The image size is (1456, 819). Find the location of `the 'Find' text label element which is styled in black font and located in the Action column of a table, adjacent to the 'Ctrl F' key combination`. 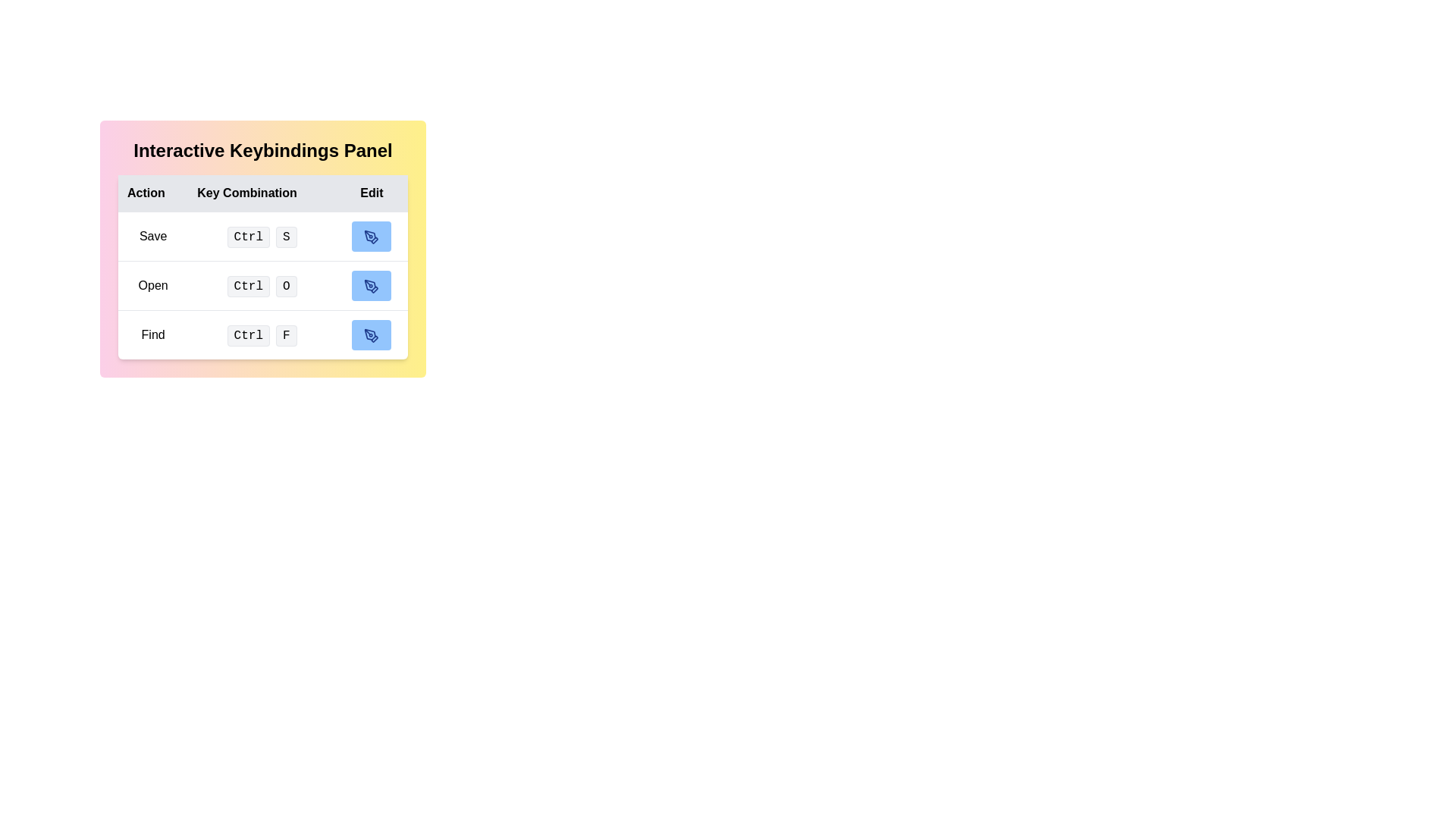

the 'Find' text label element which is styled in black font and located in the Action column of a table, adjacent to the 'Ctrl F' key combination is located at coordinates (153, 334).